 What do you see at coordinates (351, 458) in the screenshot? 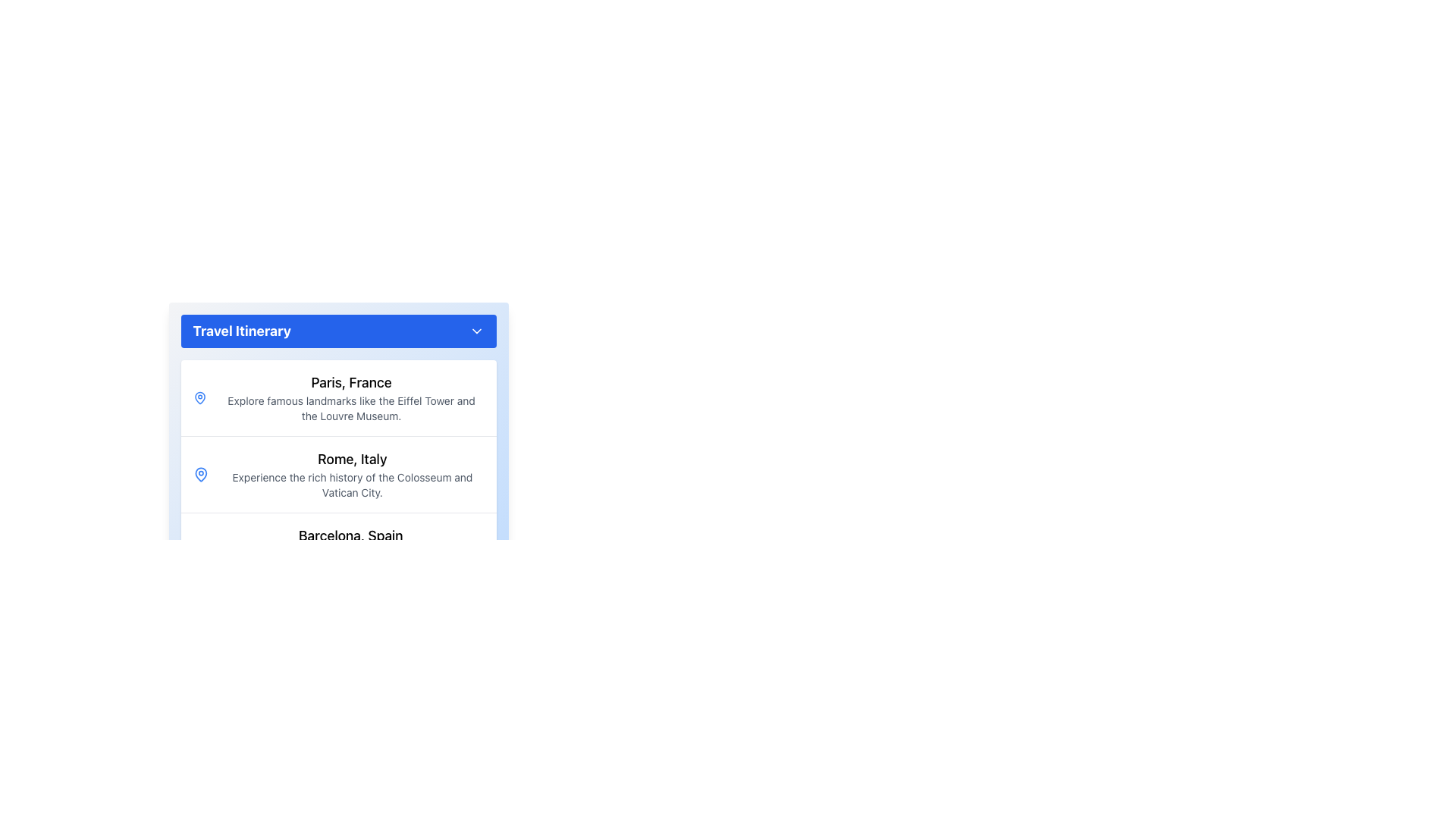
I see `text label identifying the travel destination 'Rome, Italy', which is the second entry in the travel itinerary list` at bounding box center [351, 458].